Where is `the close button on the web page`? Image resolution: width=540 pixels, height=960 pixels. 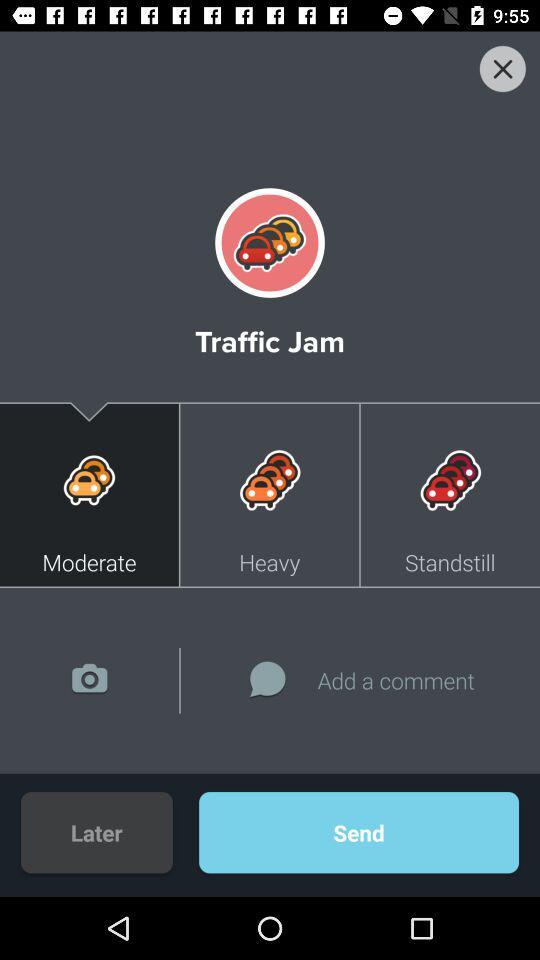 the close button on the web page is located at coordinates (270, 81).